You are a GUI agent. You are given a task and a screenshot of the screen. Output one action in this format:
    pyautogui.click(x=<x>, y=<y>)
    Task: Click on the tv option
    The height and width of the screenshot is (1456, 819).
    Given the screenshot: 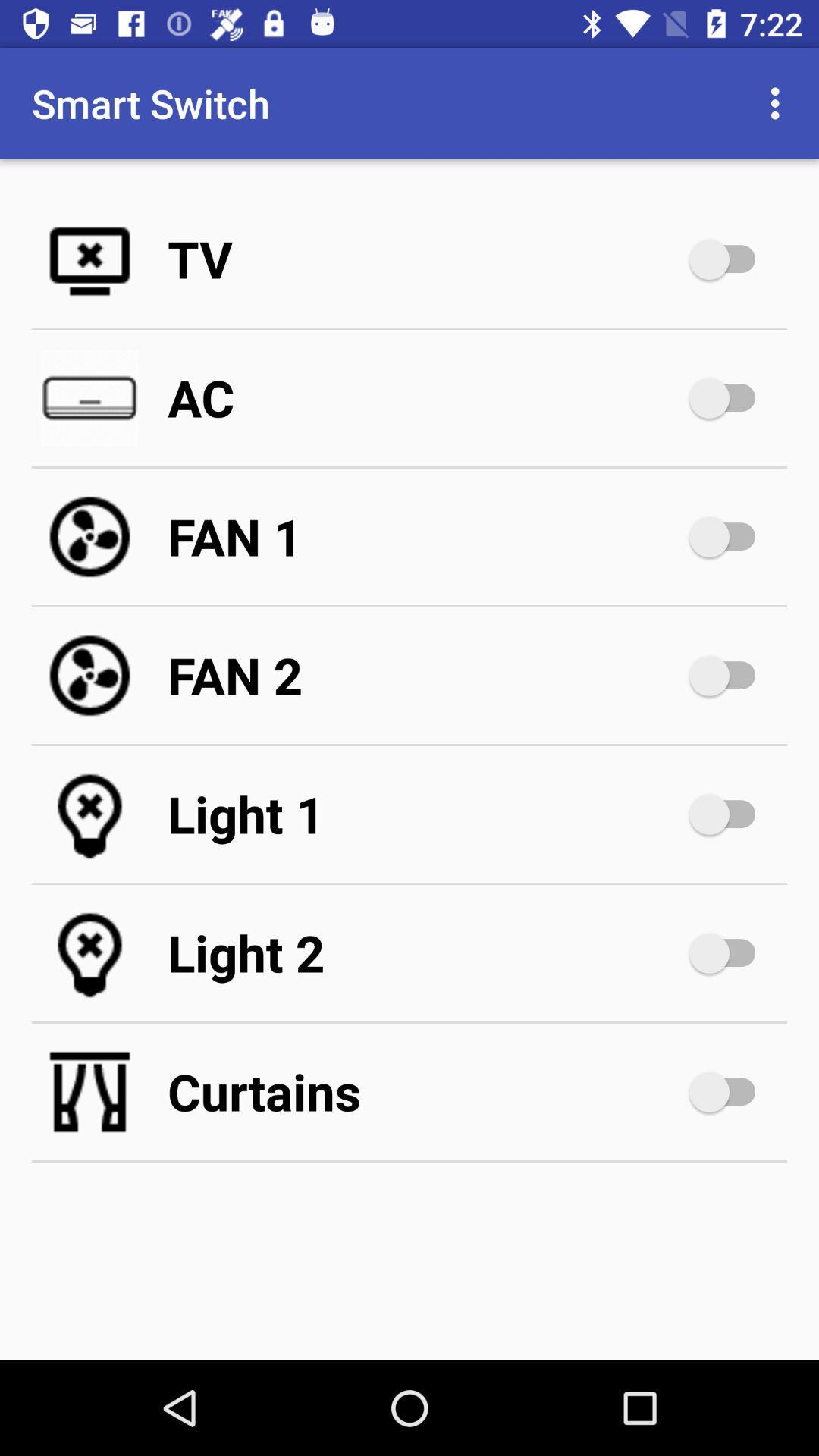 What is the action you would take?
    pyautogui.click(x=729, y=259)
    